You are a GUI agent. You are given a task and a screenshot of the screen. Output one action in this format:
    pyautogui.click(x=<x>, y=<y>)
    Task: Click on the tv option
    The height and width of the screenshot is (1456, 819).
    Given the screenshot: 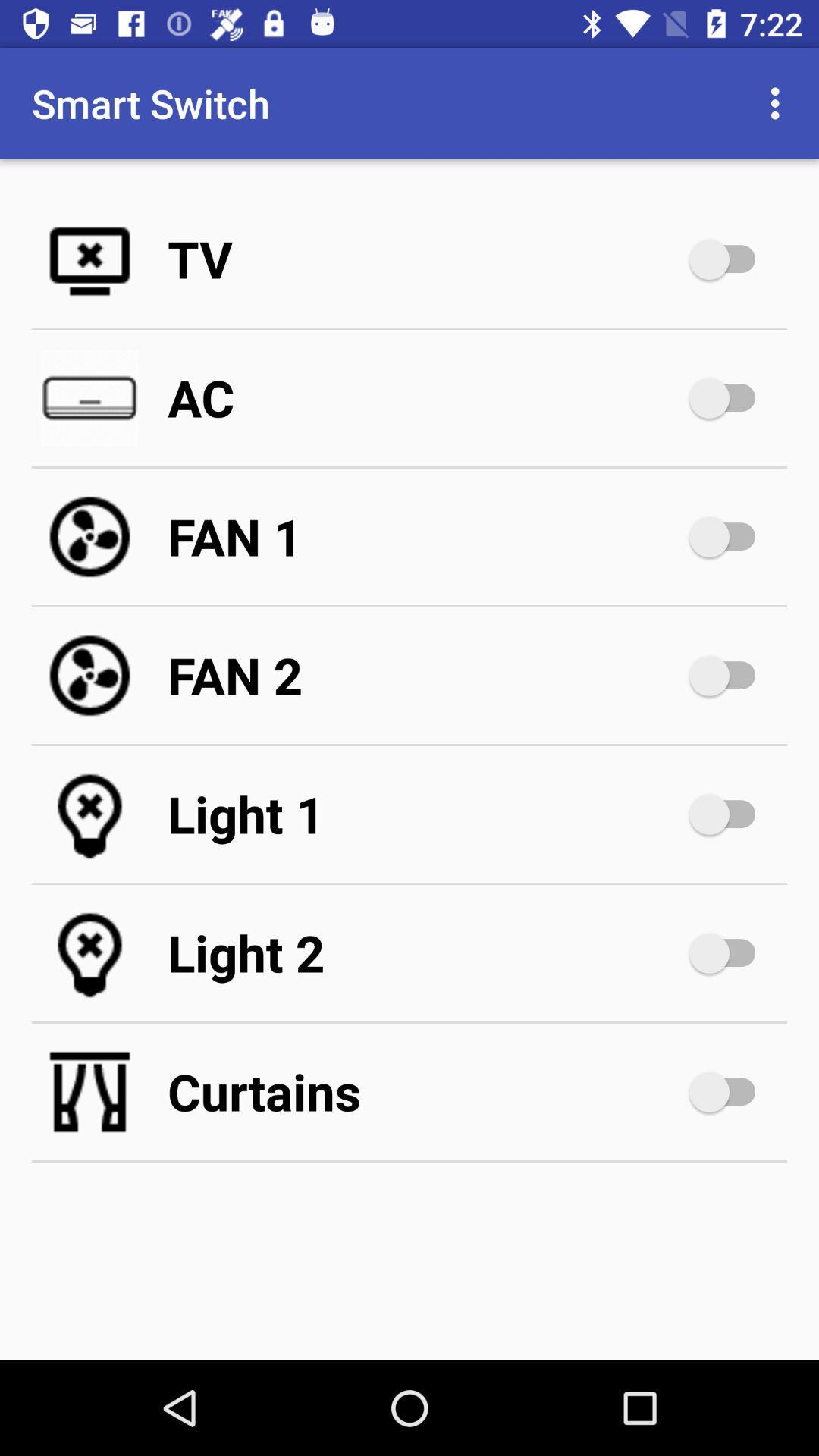 What is the action you would take?
    pyautogui.click(x=729, y=259)
    